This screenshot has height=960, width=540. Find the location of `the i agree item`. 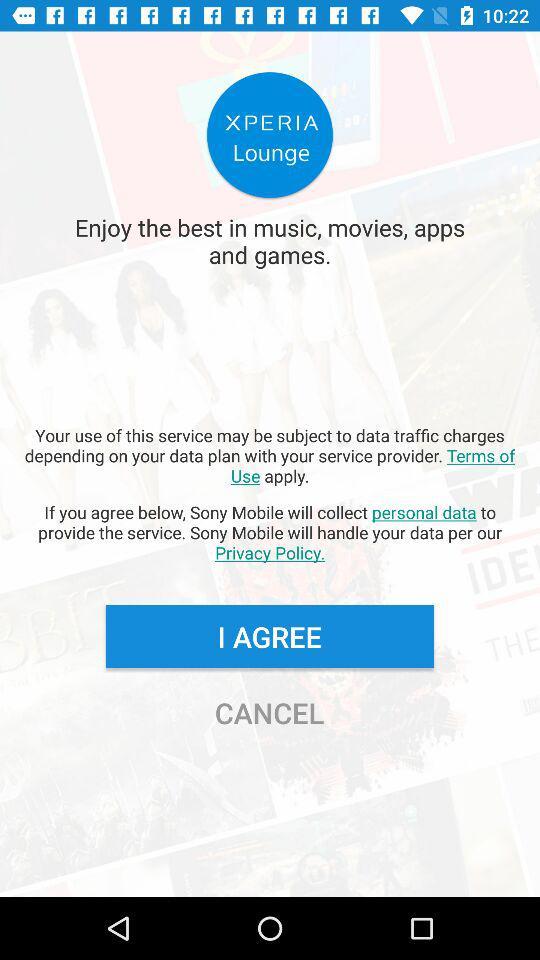

the i agree item is located at coordinates (269, 635).